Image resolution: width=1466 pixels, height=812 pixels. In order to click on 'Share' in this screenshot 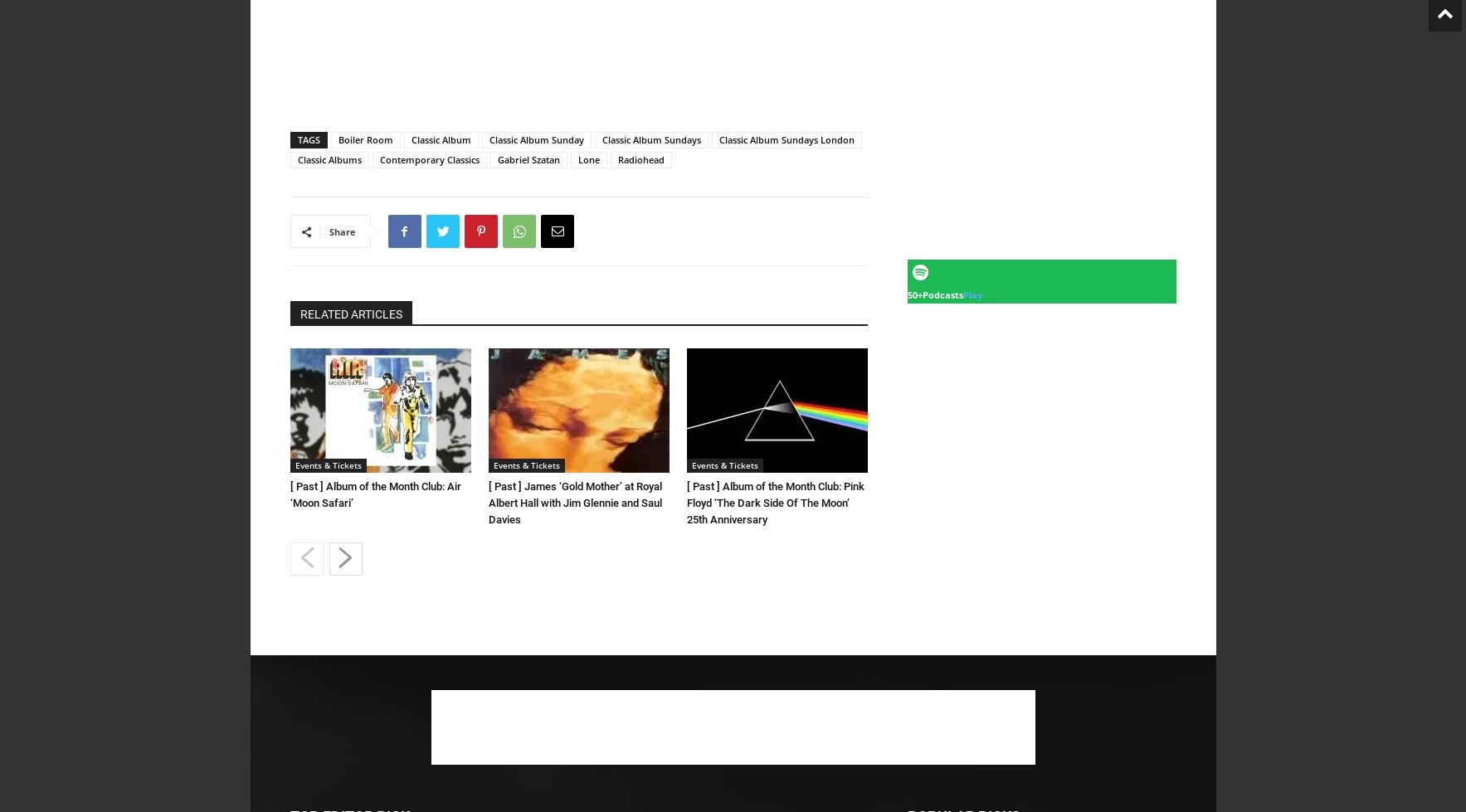, I will do `click(342, 231)`.